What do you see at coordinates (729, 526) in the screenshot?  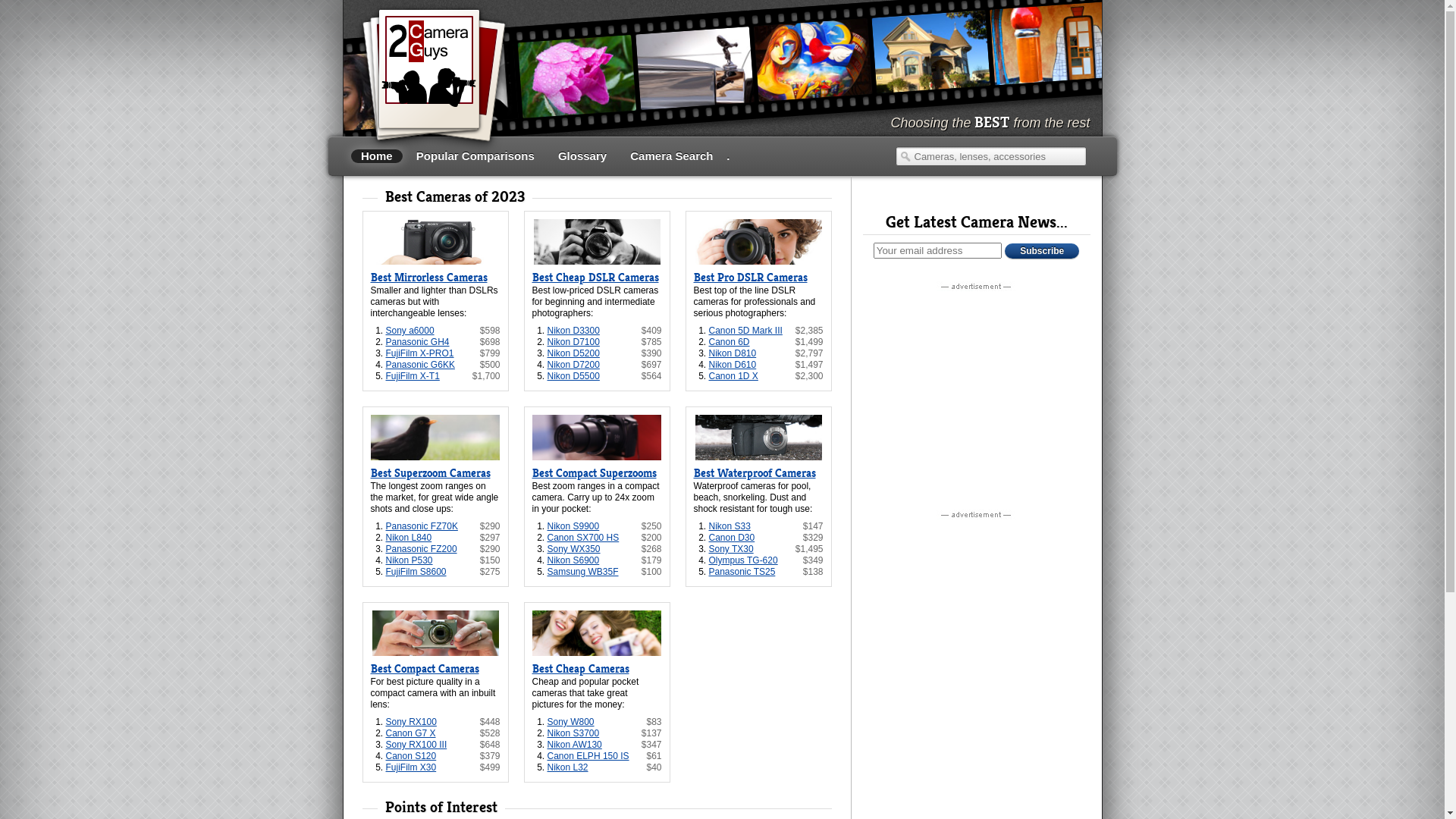 I see `'Nikon S33'` at bounding box center [729, 526].